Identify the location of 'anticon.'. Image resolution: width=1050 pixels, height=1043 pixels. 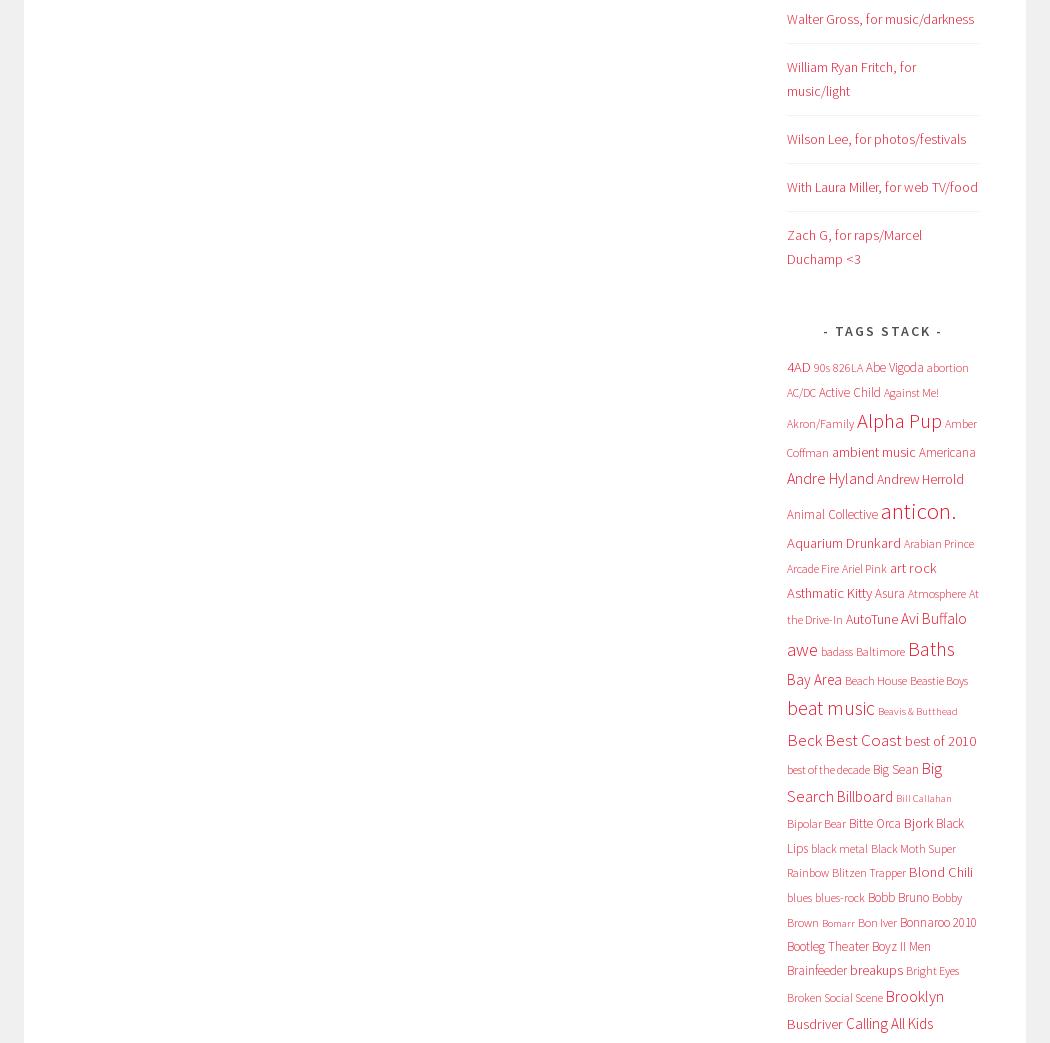
(917, 509).